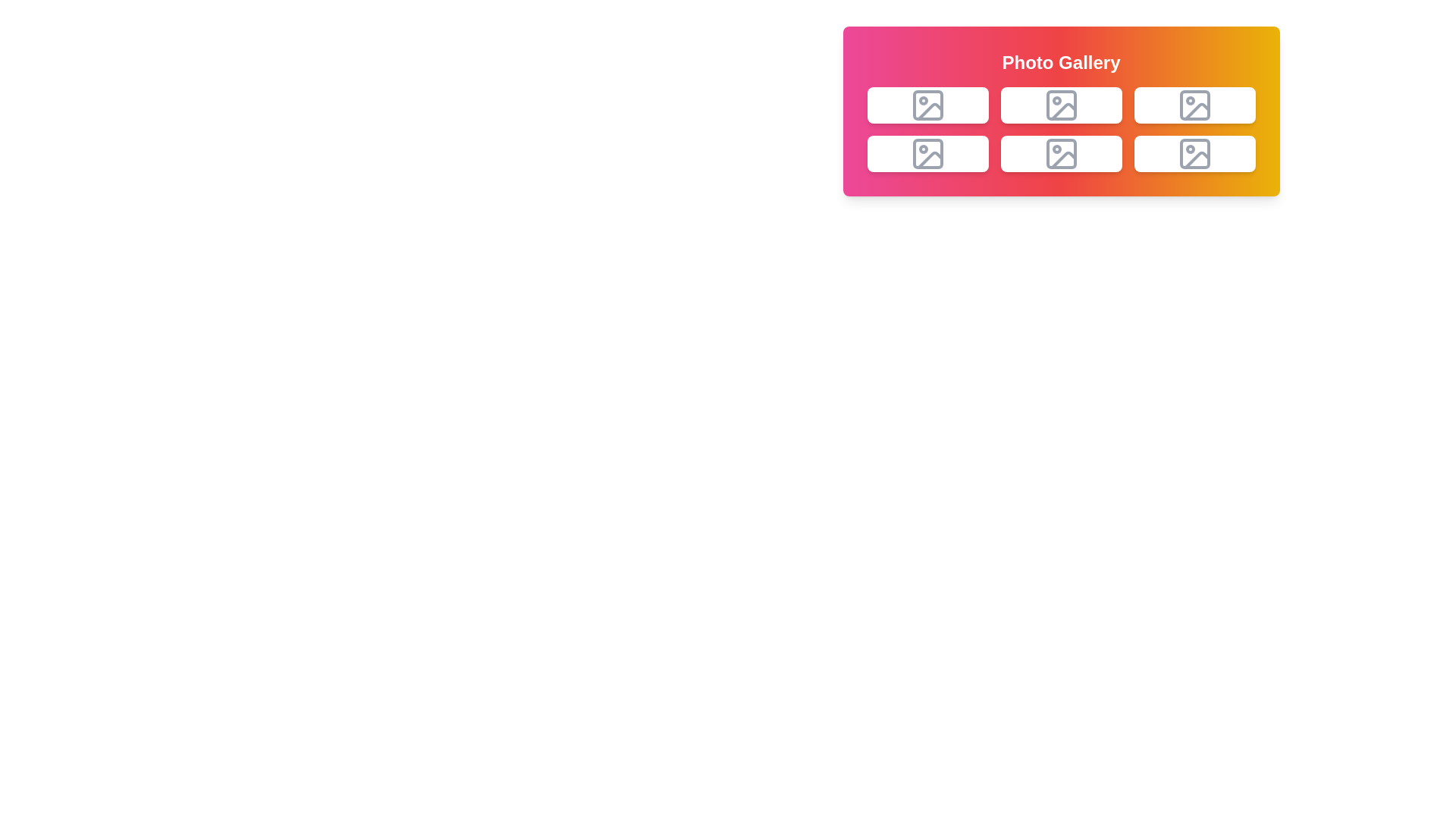  What do you see at coordinates (1174, 104) in the screenshot?
I see `the visibility toggle button with an eye icon located in the second column of the right section` at bounding box center [1174, 104].